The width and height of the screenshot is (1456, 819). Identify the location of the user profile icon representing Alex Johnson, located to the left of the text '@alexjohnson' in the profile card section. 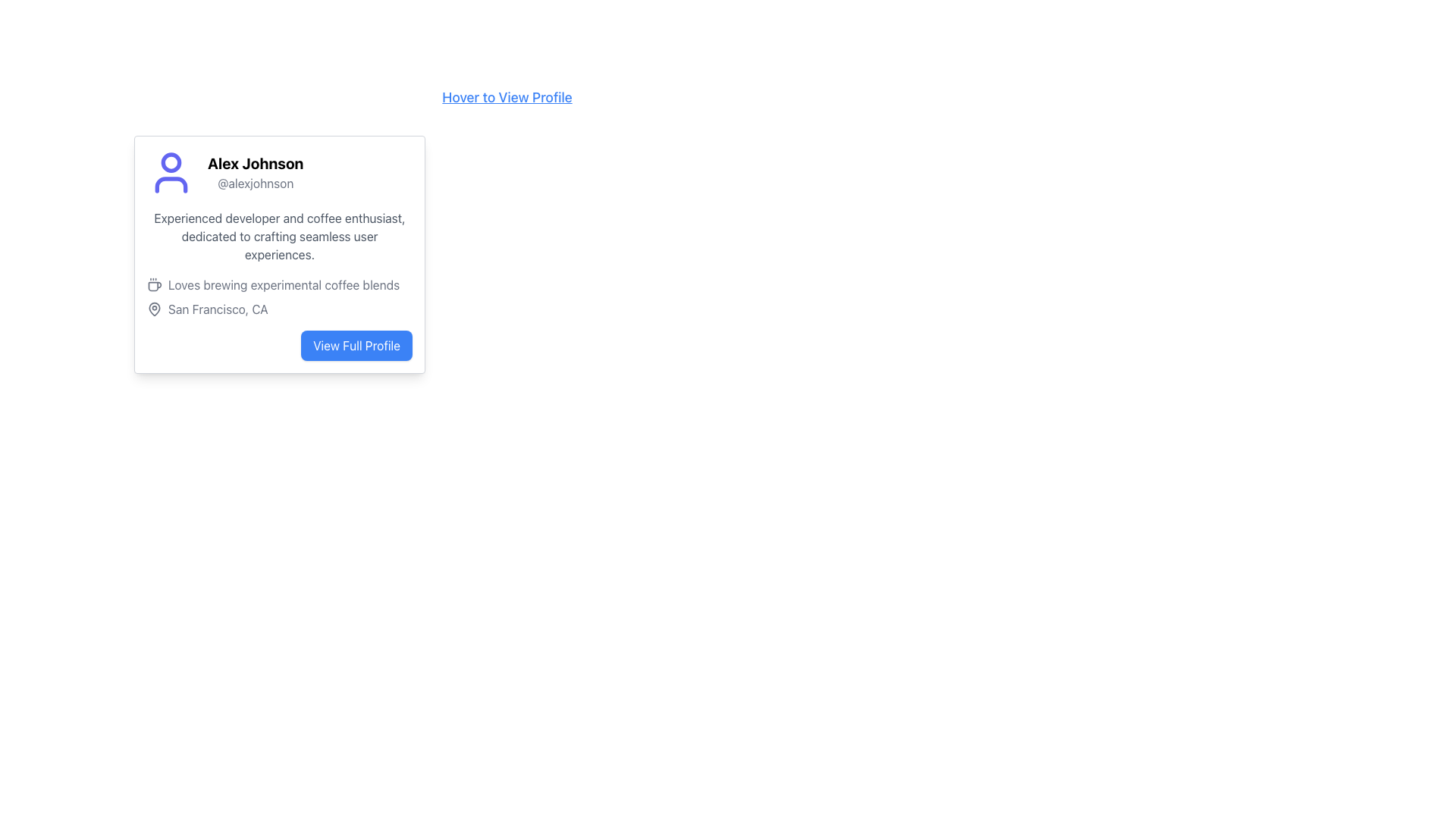
(171, 171).